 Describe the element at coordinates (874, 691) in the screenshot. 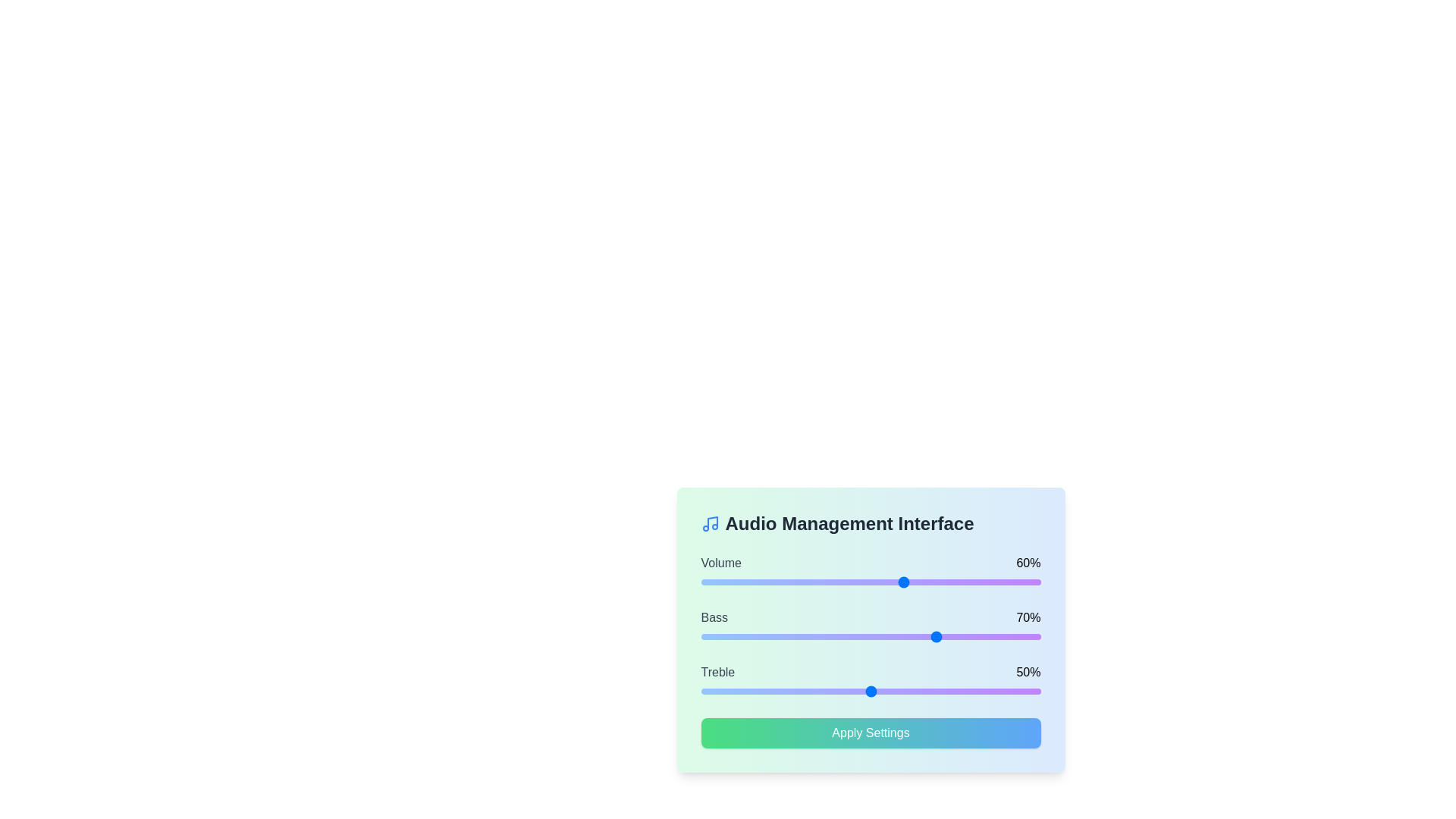

I see `the treble level` at that location.